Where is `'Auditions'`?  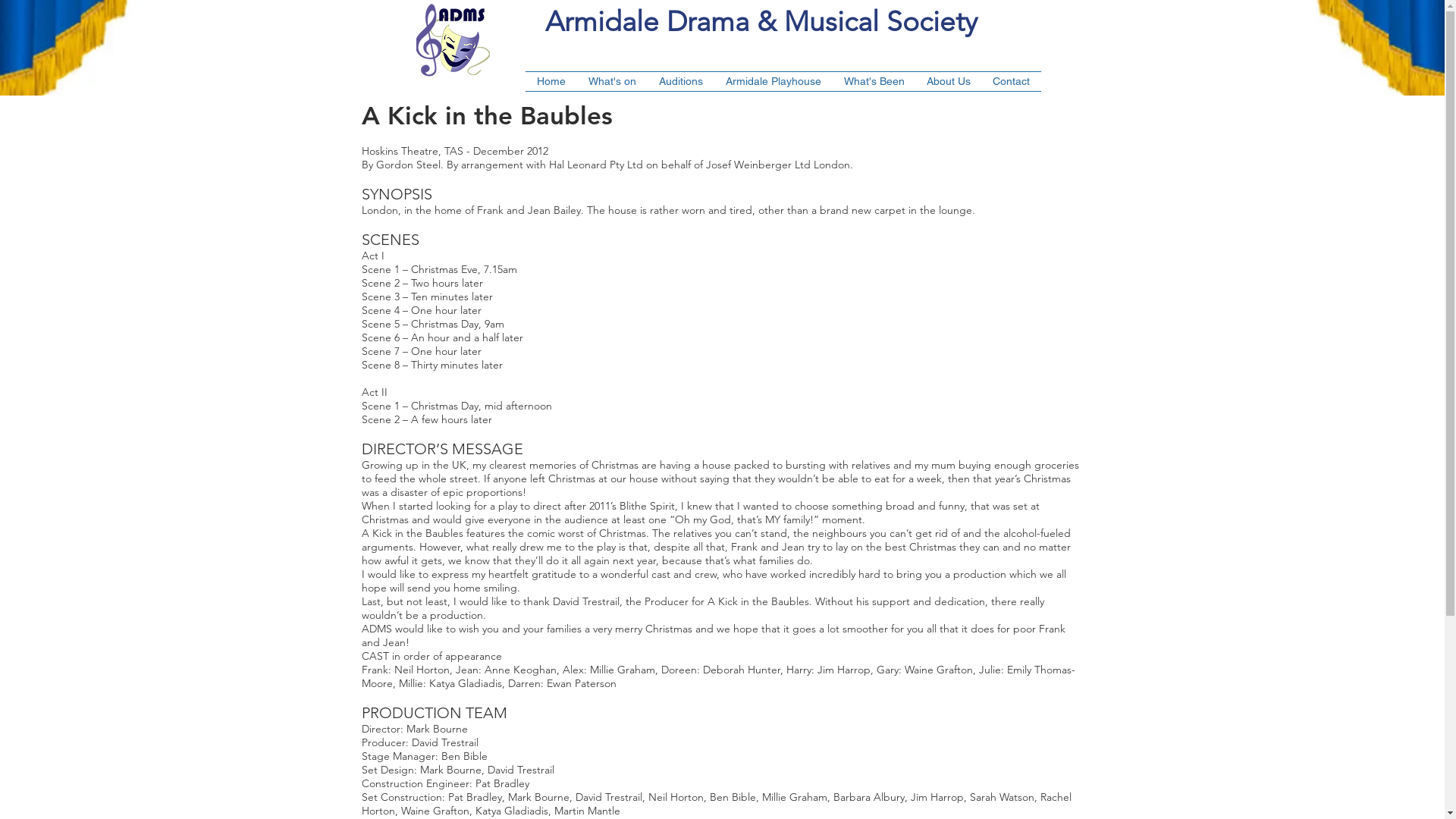 'Auditions' is located at coordinates (648, 81).